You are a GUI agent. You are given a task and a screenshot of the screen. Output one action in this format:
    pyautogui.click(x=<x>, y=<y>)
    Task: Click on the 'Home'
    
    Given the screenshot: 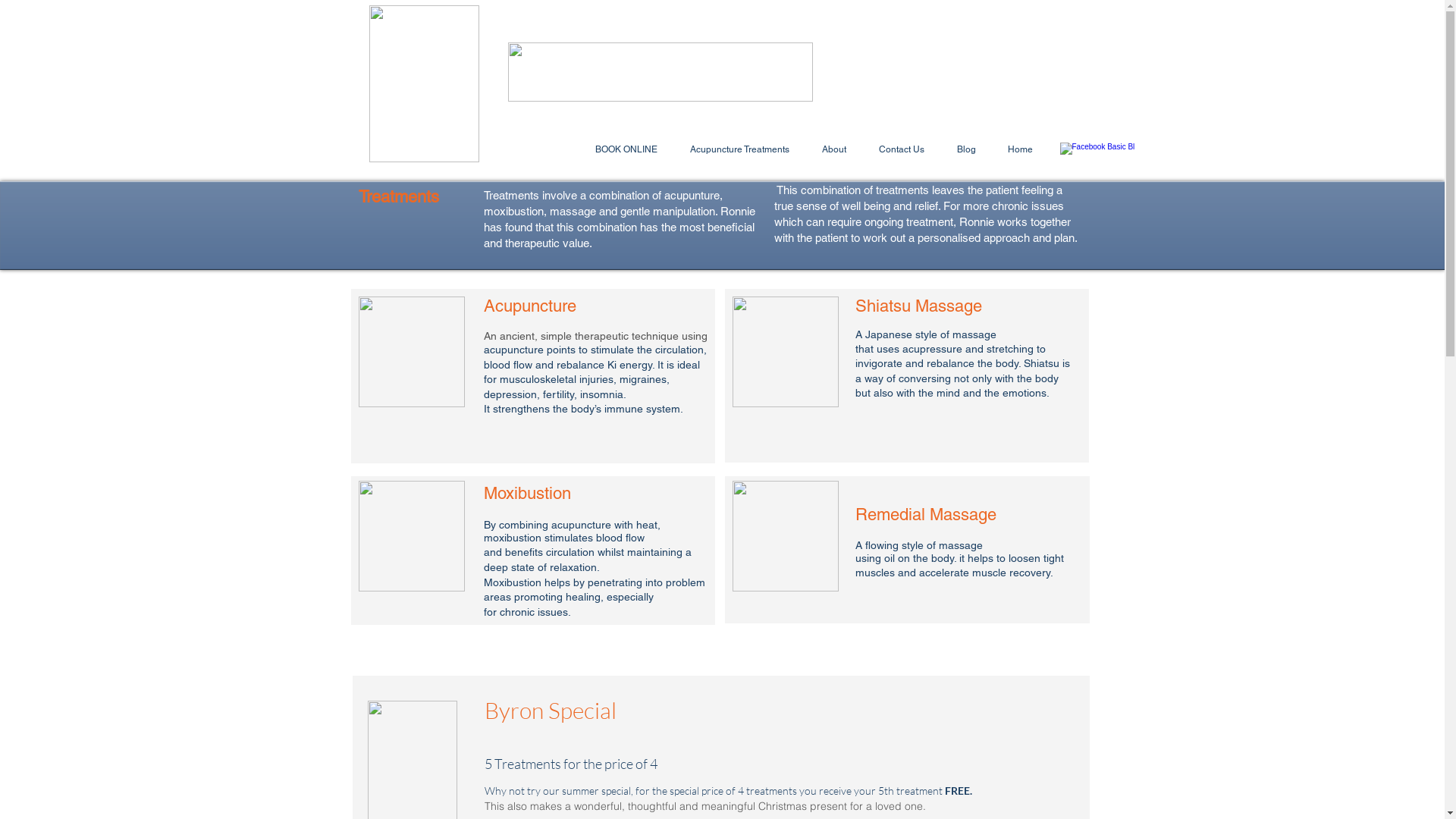 What is the action you would take?
    pyautogui.click(x=1020, y=149)
    